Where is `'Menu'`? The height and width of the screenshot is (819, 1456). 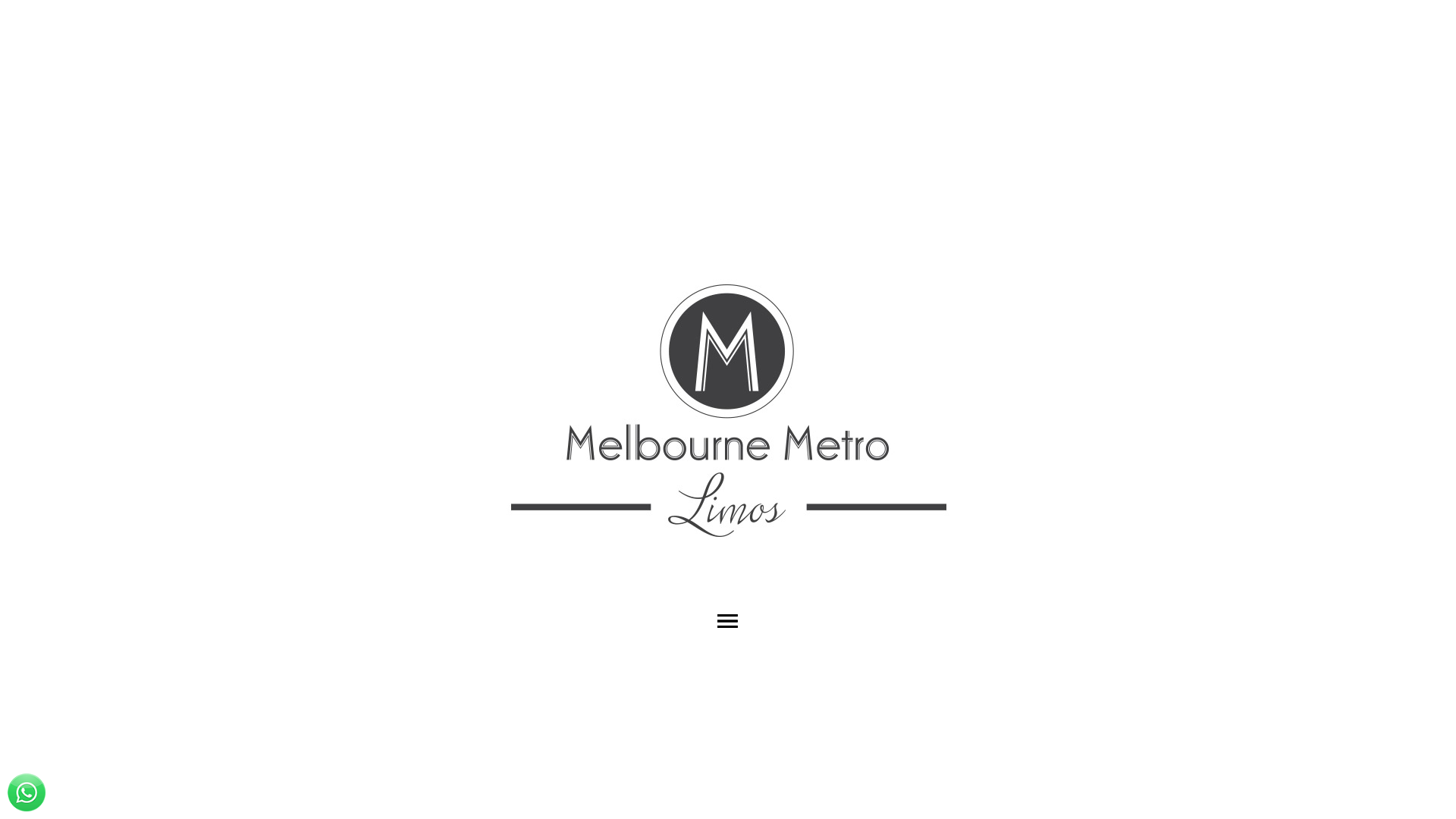 'Menu' is located at coordinates (728, 620).